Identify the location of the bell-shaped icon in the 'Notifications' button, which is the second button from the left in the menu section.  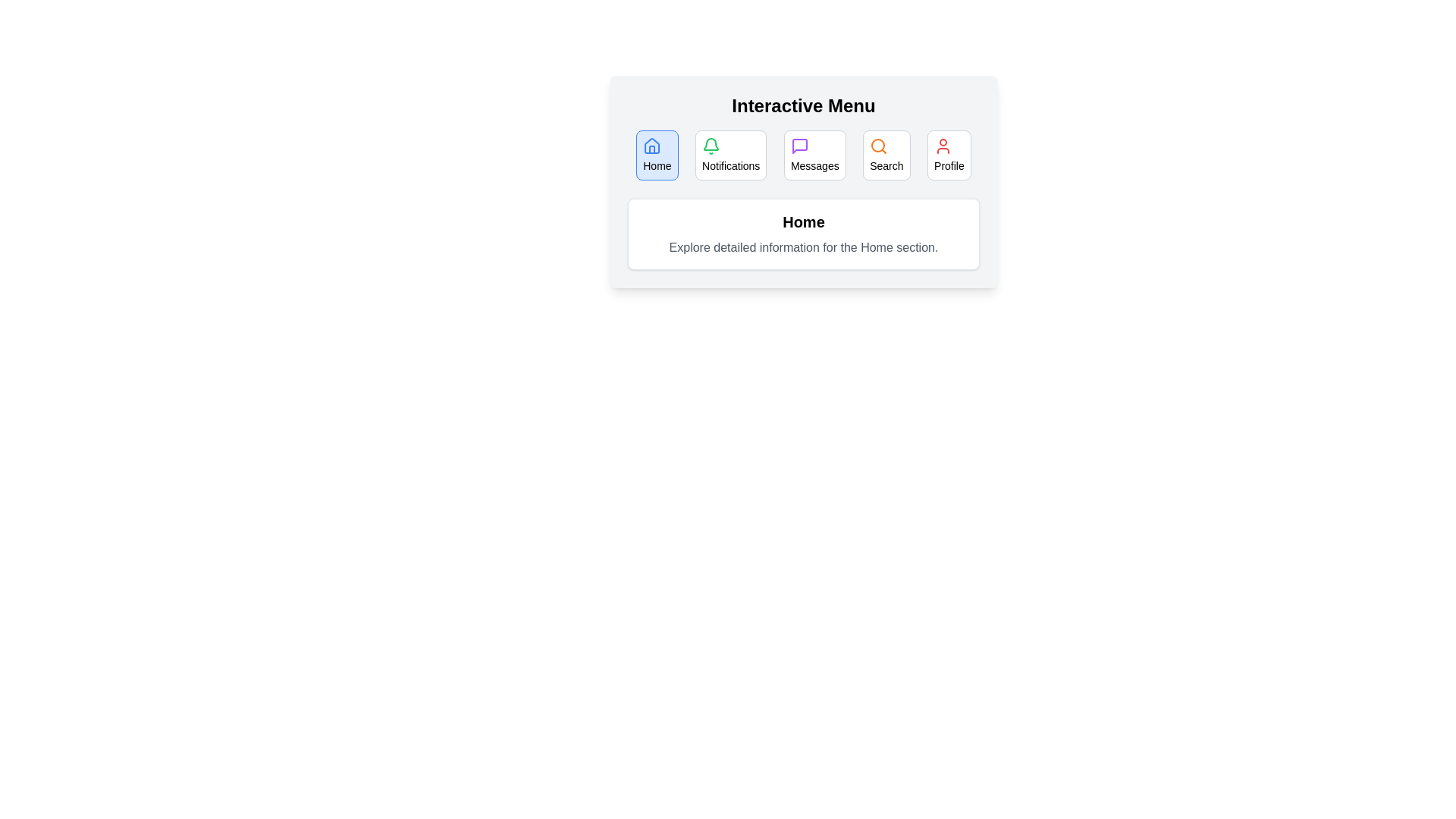
(711, 144).